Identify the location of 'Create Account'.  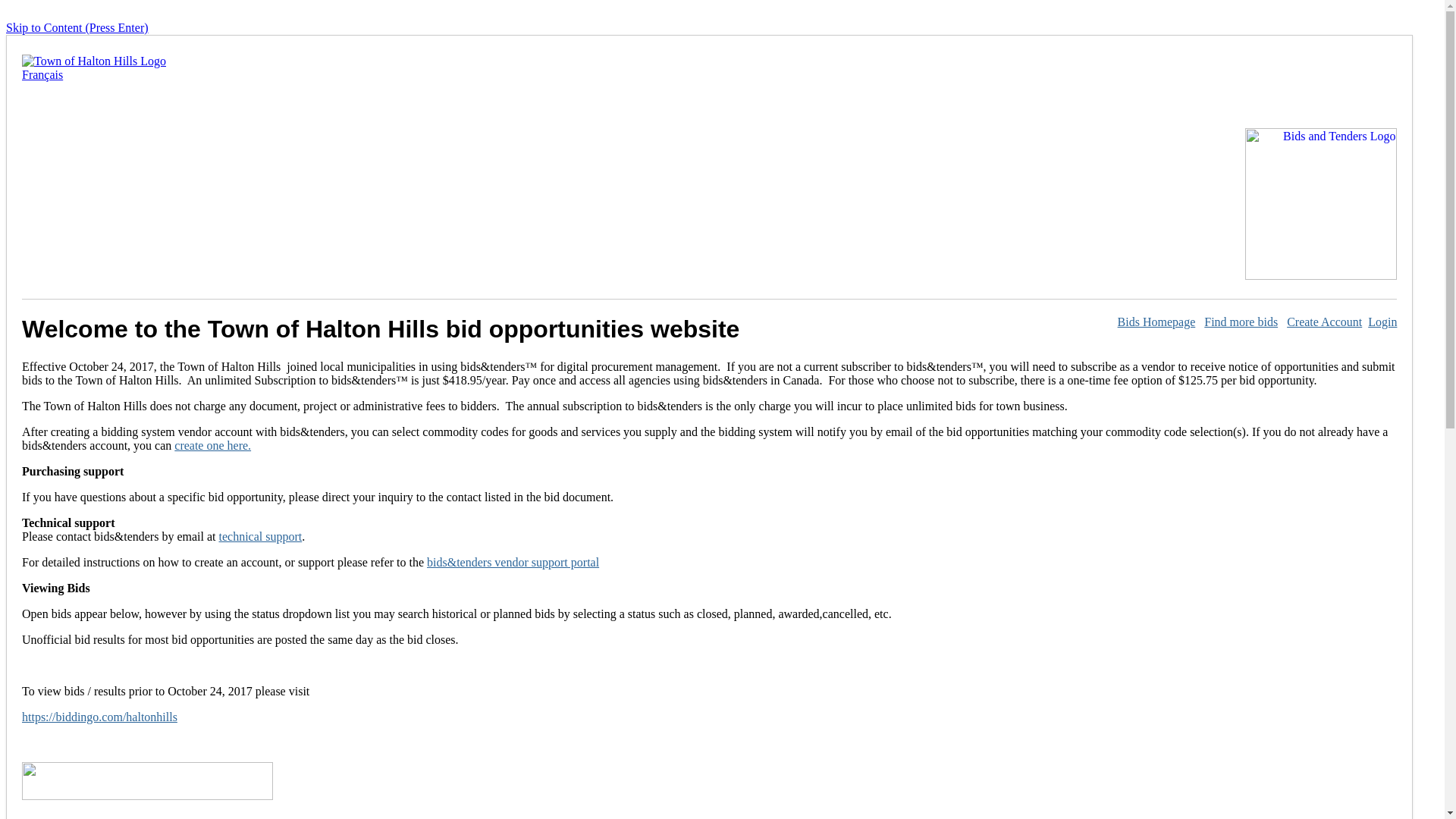
(1323, 321).